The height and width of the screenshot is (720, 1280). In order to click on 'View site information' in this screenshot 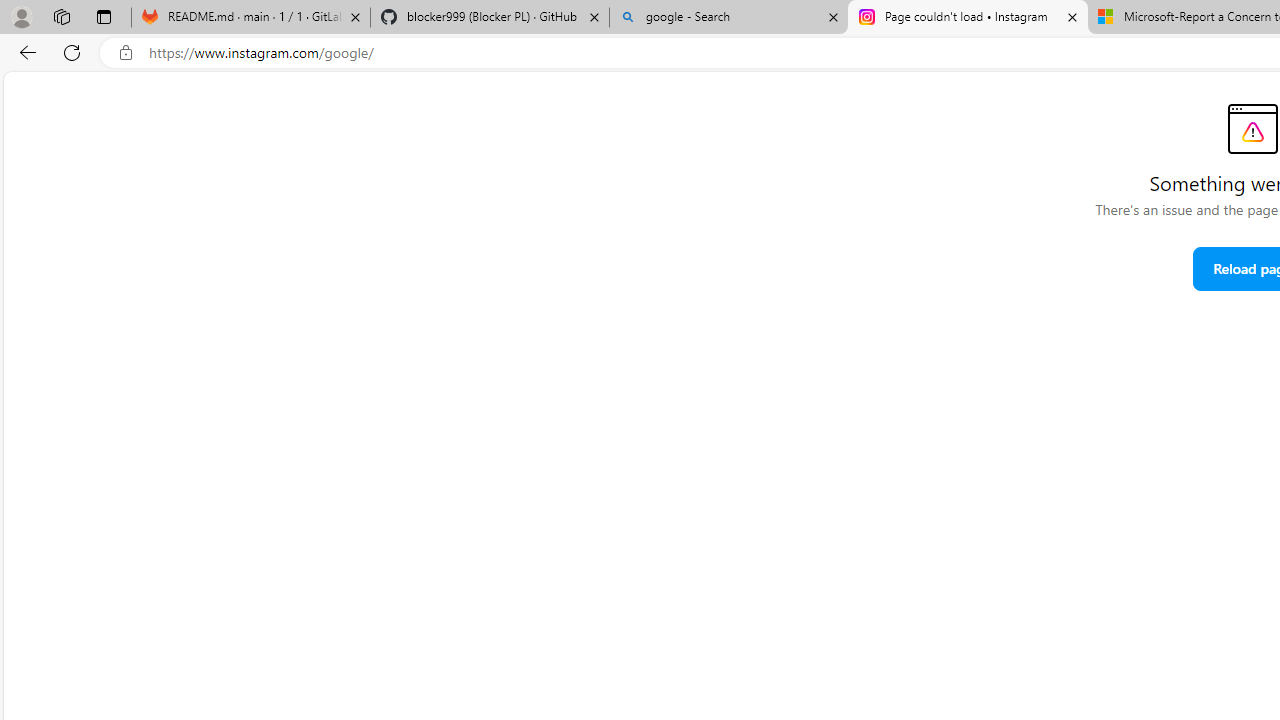, I will do `click(125, 52)`.